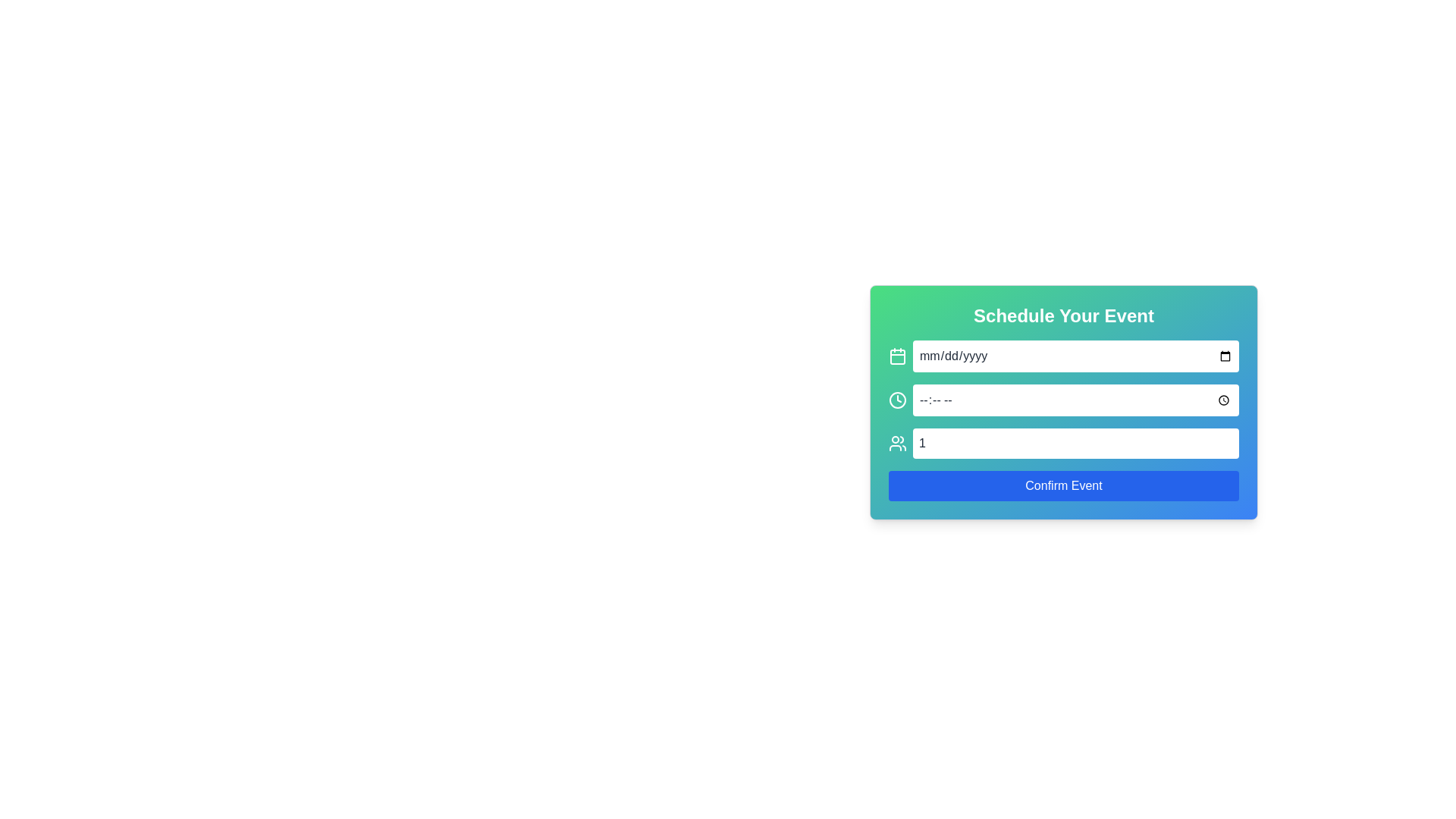 The width and height of the screenshot is (1456, 819). Describe the element at coordinates (1062, 485) in the screenshot. I see `the 'Confirm Event' button, which is a rectangular button with a blue background and slightly rounded corners` at that location.